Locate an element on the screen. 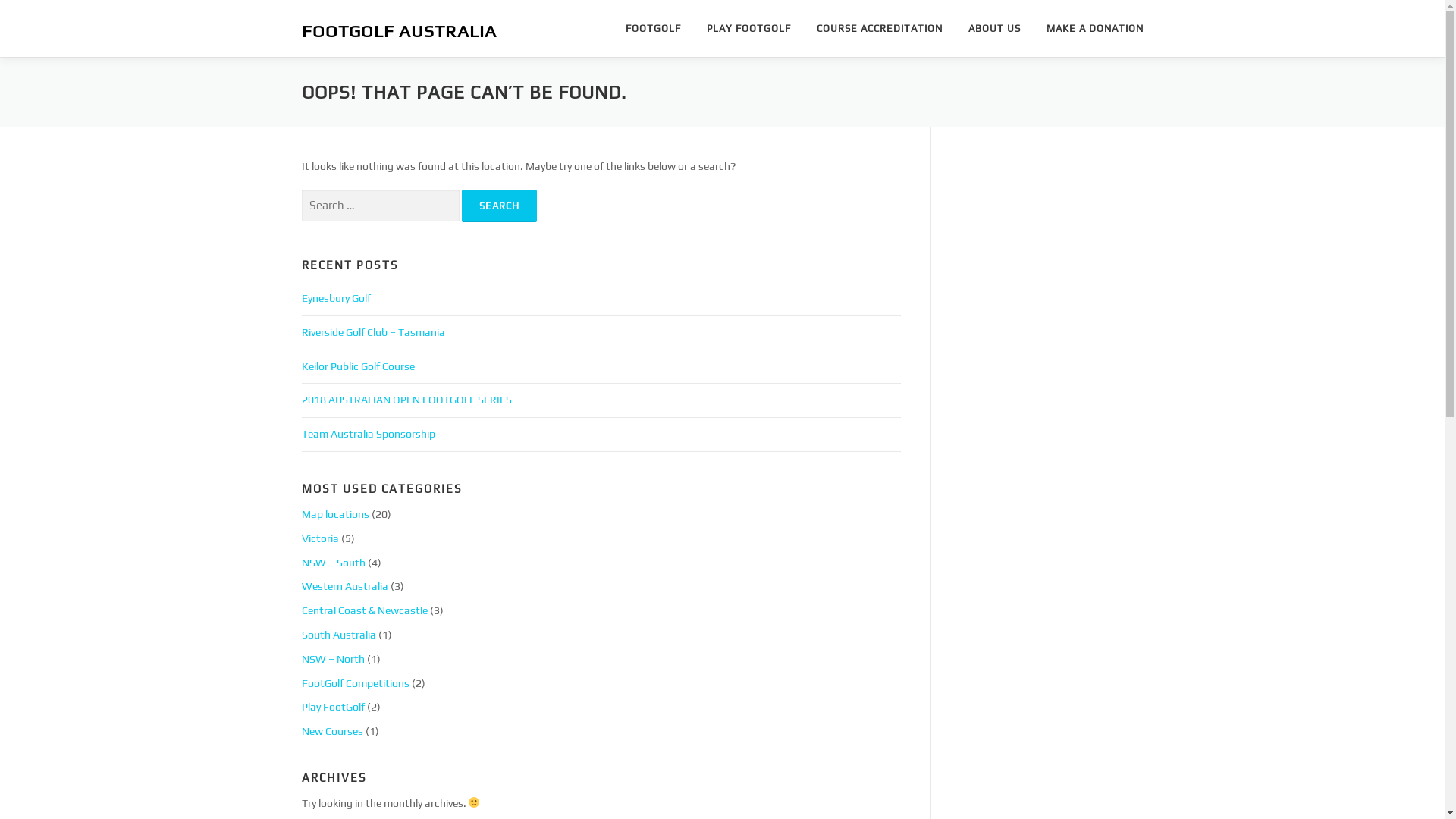 The width and height of the screenshot is (1456, 819). 'Western Australia' is located at coordinates (344, 585).